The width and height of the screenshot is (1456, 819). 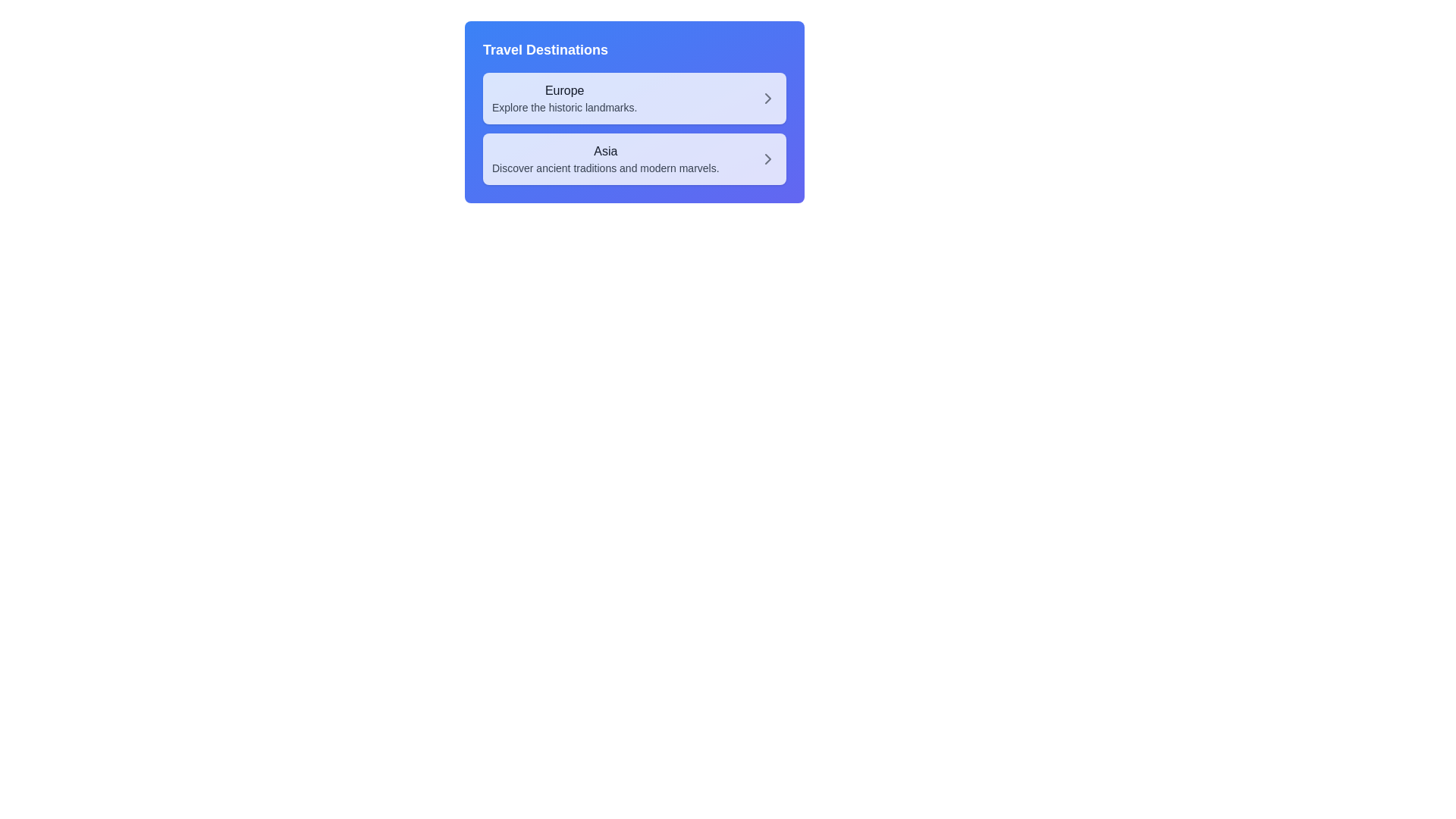 I want to click on the text element that provides a description or tagline associated with the heading text 'Europe', located beneath it in the first card under the 'Travel Destinations' section, so click(x=563, y=107).